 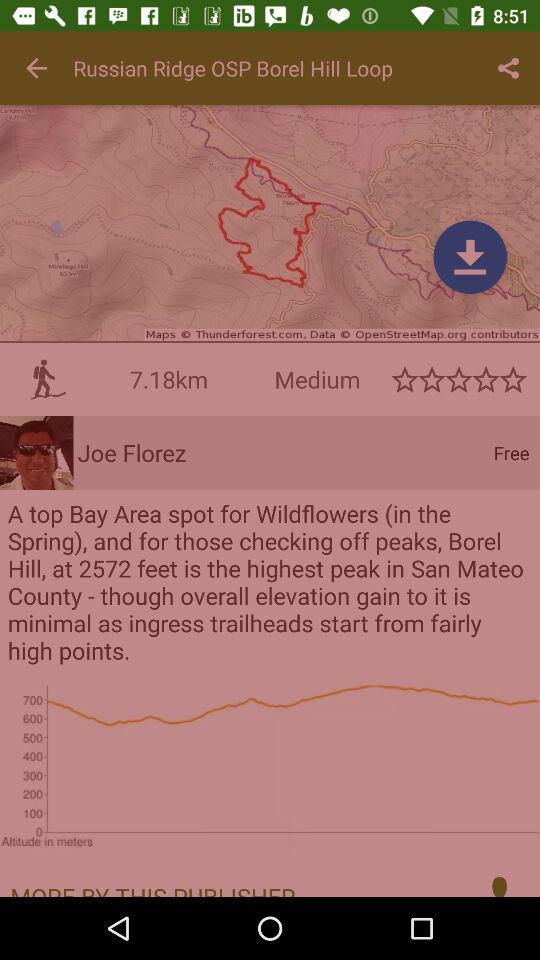 I want to click on click download menu, so click(x=470, y=256).